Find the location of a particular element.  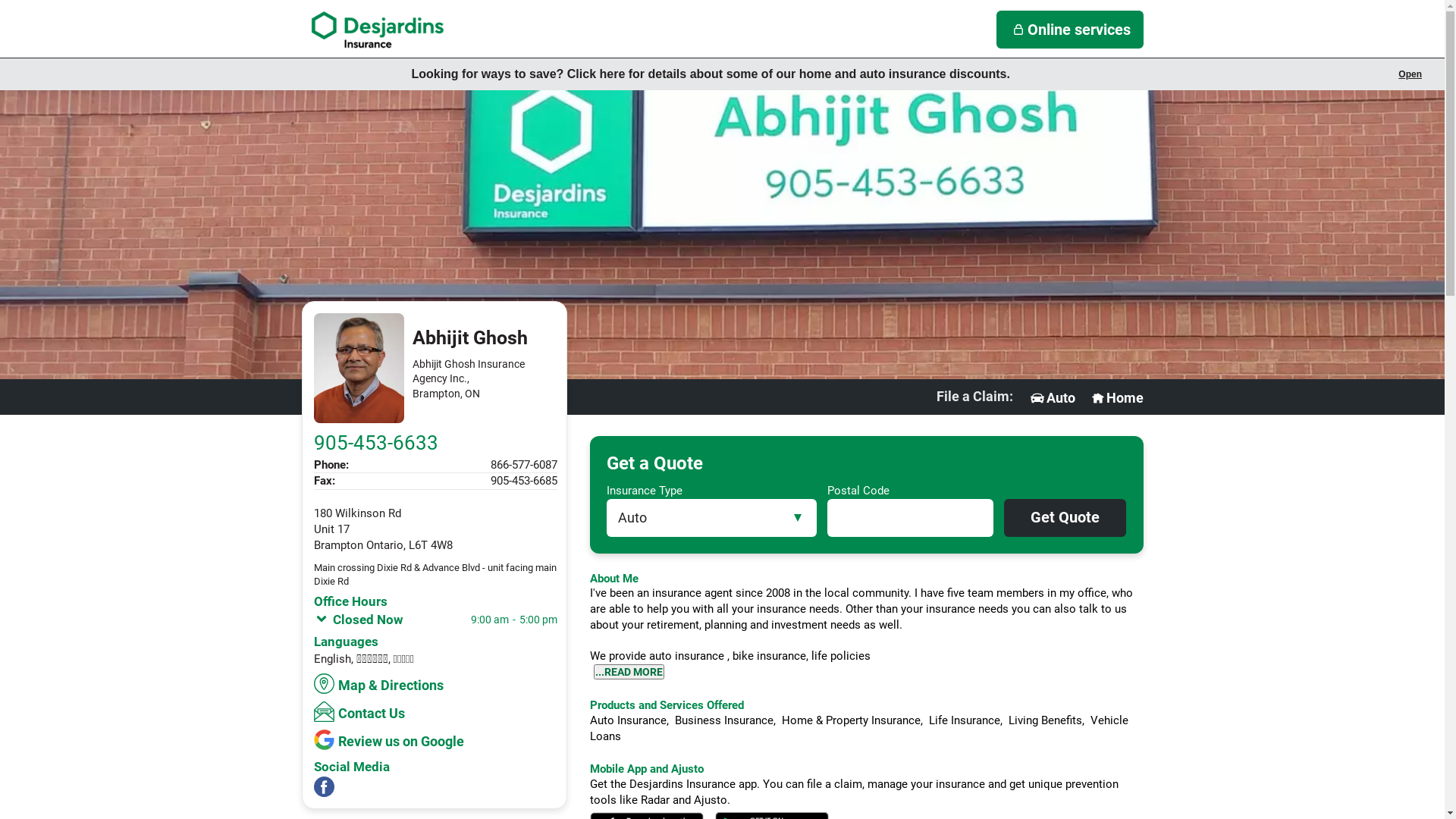

'Get Quote' is located at coordinates (1064, 516).